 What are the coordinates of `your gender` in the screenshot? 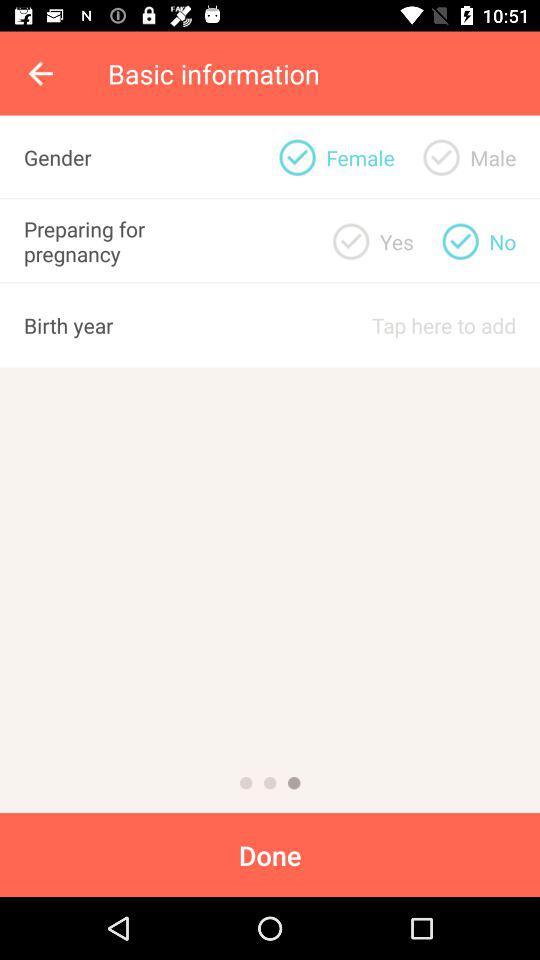 It's located at (441, 156).